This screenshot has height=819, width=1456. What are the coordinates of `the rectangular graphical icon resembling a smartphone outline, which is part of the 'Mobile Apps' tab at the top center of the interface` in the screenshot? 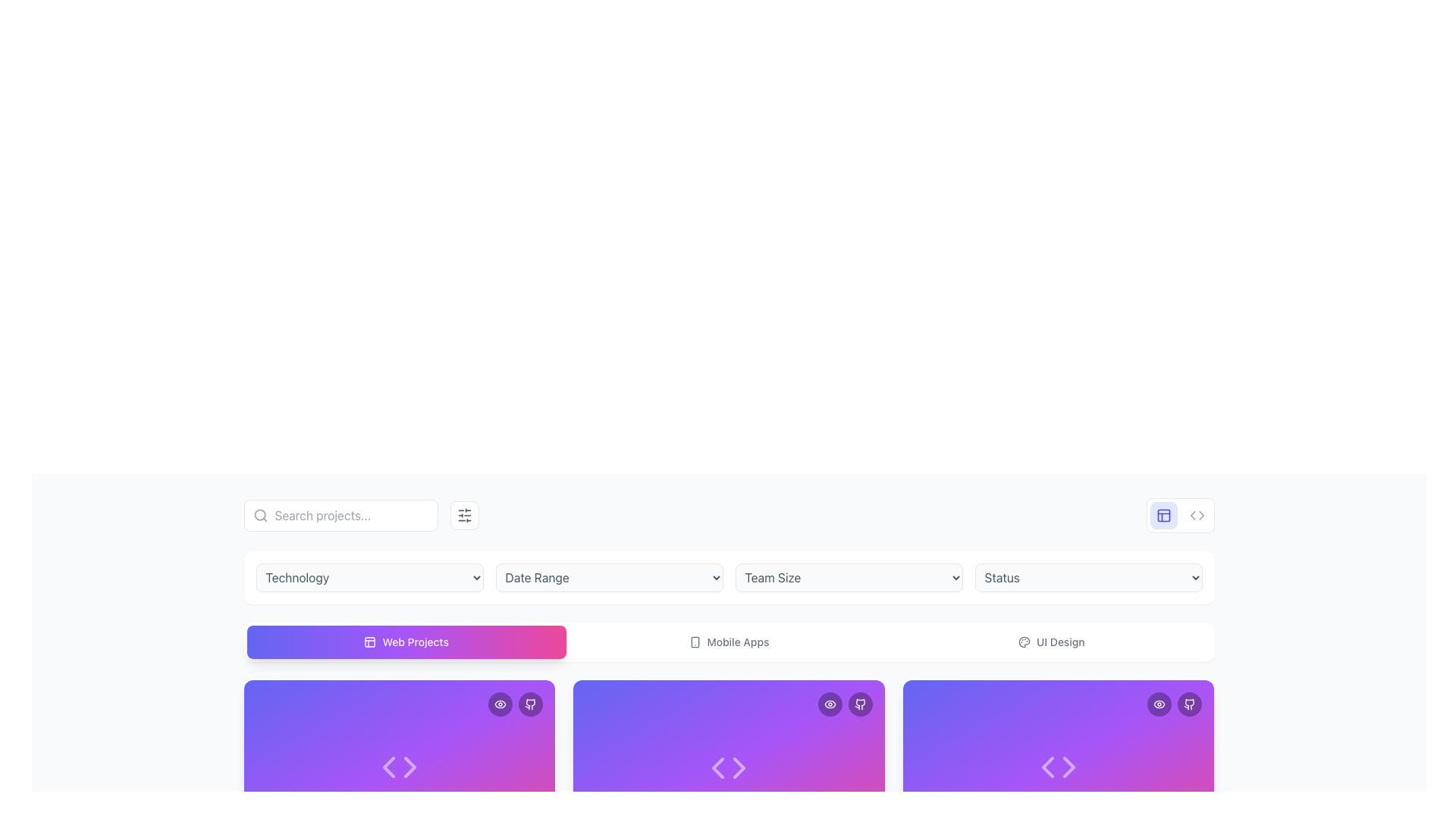 It's located at (694, 642).